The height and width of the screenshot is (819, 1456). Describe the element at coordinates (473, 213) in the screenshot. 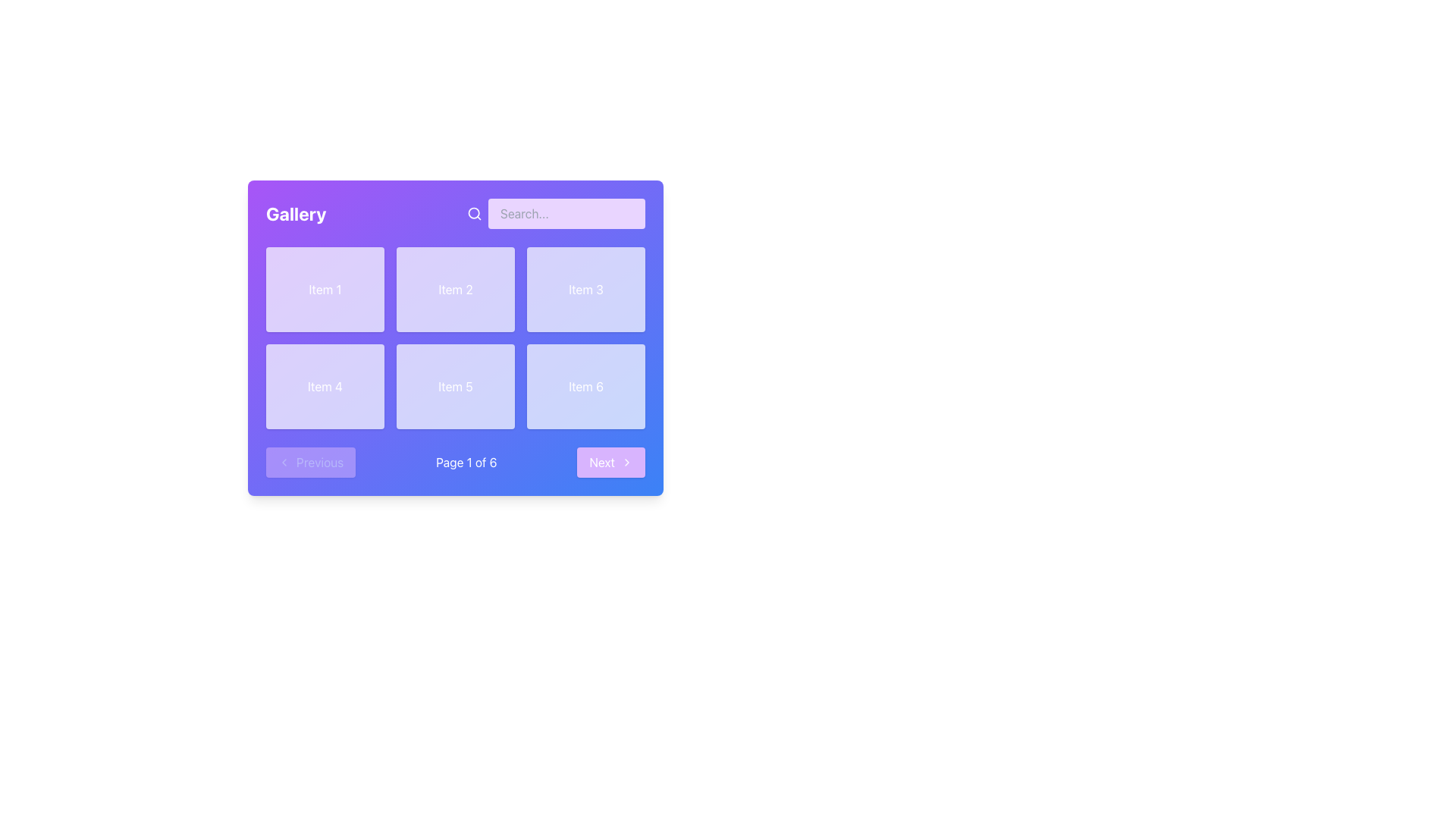

I see `the search icon located to the left of the search bar in the Gallery section` at that location.